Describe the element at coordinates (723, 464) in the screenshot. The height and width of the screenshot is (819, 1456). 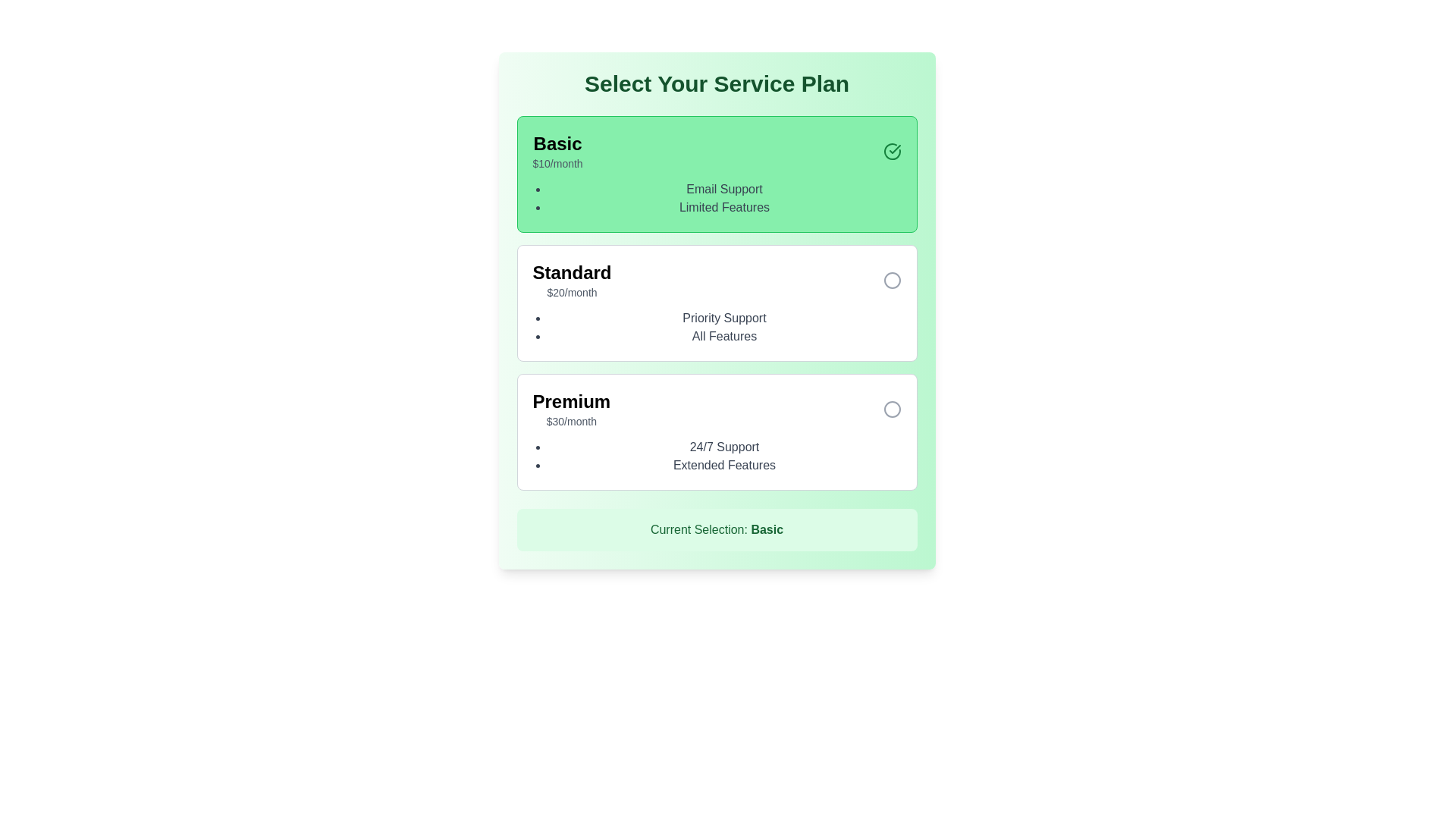
I see `the text that informs users about the availability of extended features in the Premium service plan tier as part of the keyboard-navigation flow` at that location.